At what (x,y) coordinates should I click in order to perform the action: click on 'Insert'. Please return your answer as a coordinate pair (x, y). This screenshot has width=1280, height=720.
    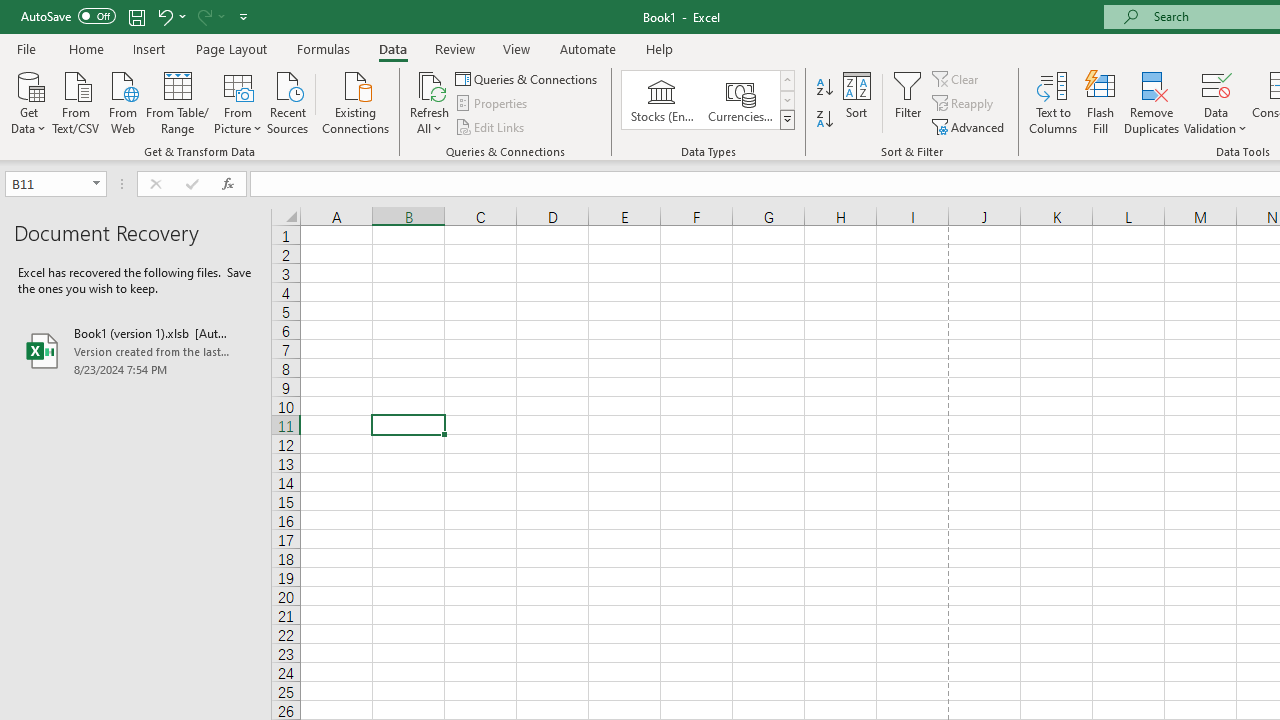
    Looking at the image, I should click on (148, 48).